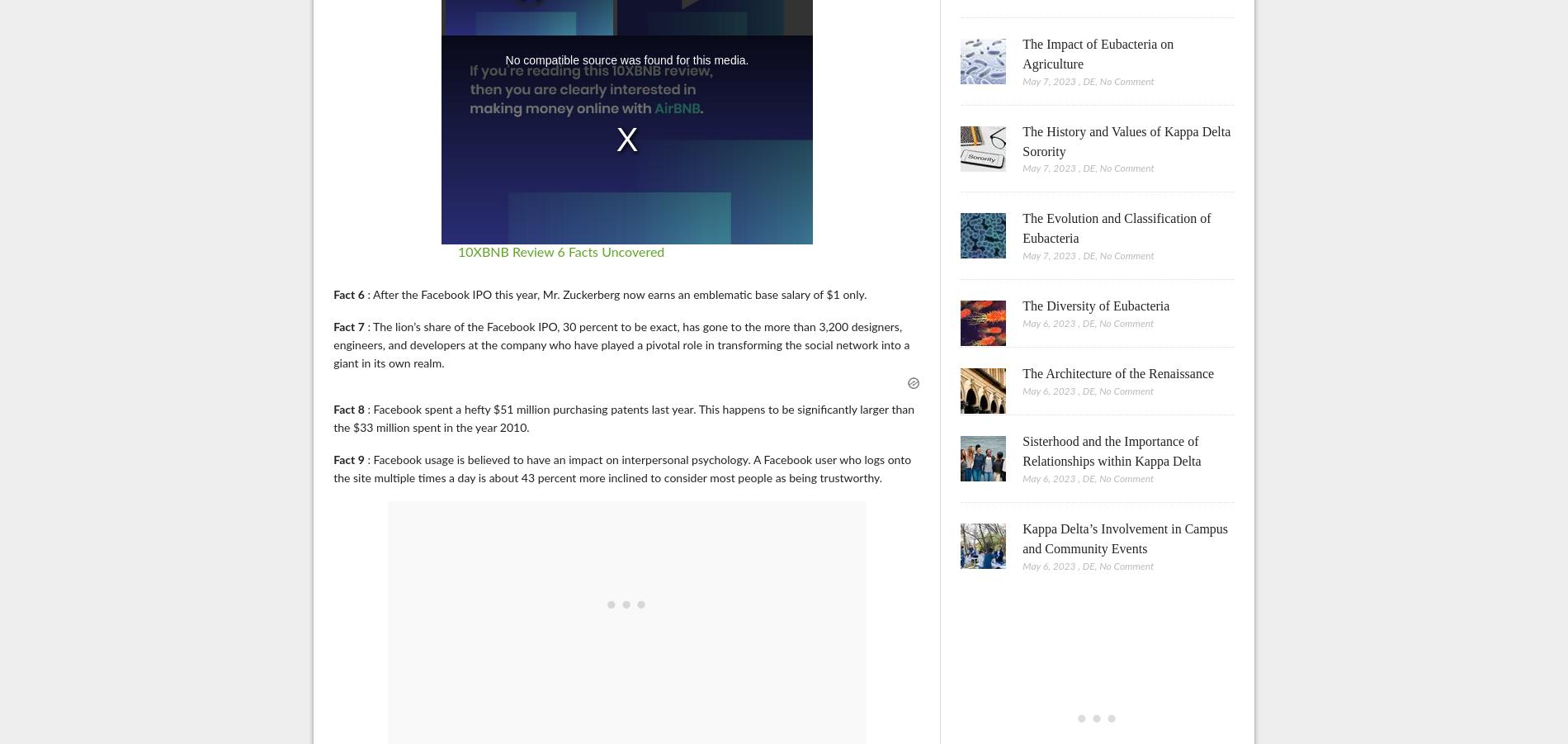 The image size is (1568, 744). I want to click on 'The Architecture of the Renaissance', so click(1117, 373).